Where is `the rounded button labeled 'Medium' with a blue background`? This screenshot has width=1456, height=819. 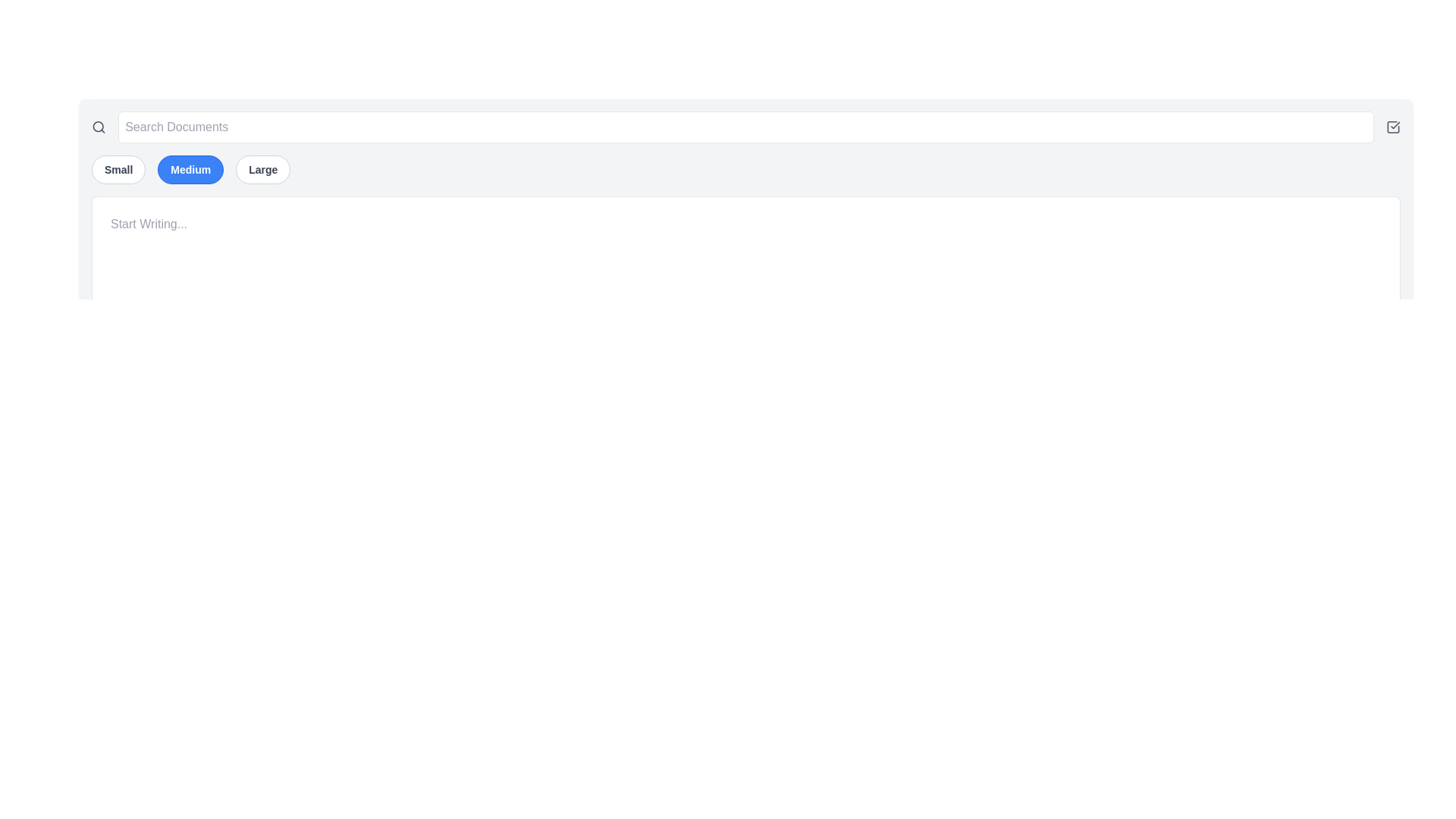 the rounded button labeled 'Medium' with a blue background is located at coordinates (190, 169).